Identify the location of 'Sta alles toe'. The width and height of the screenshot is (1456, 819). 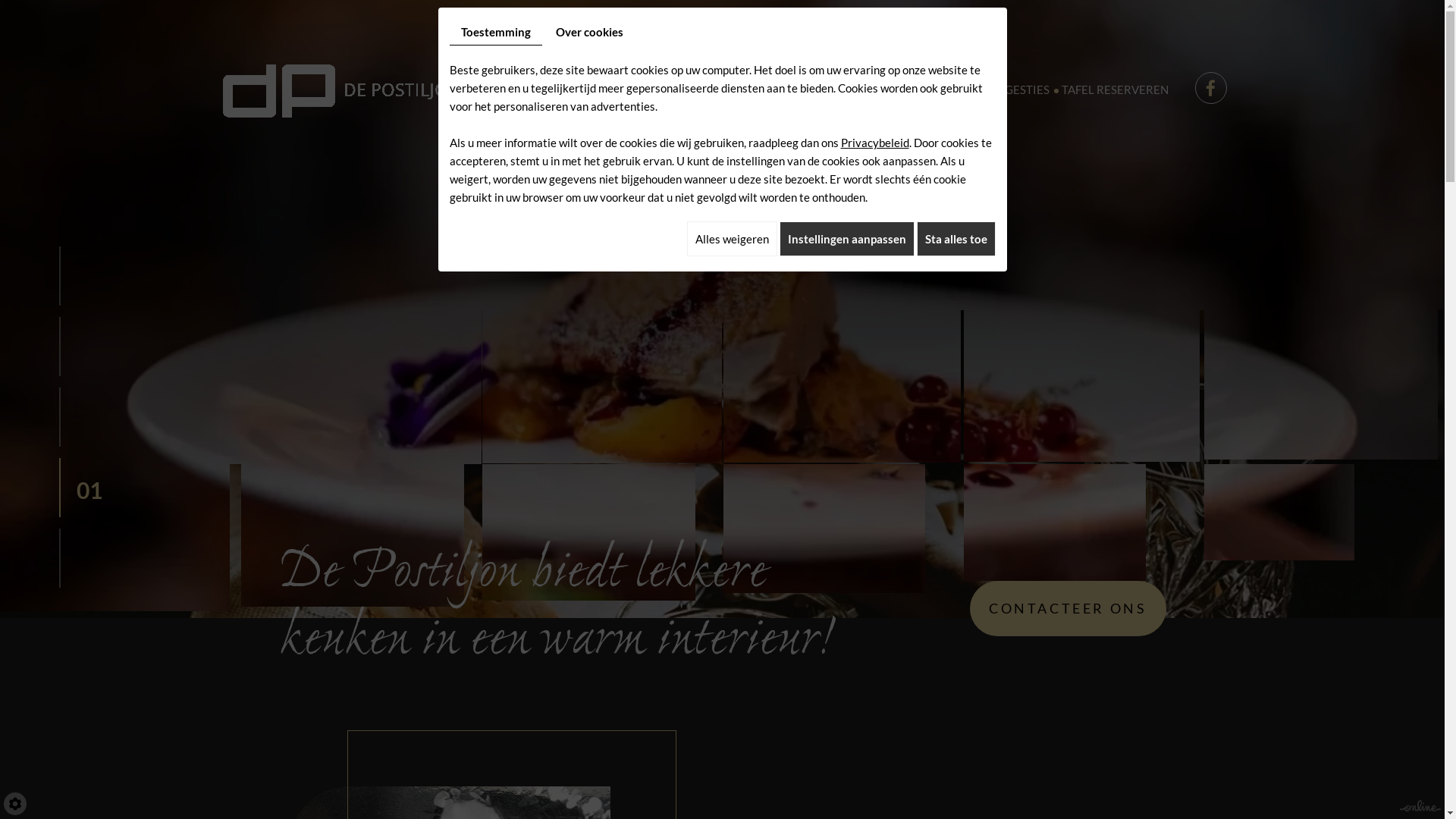
(954, 239).